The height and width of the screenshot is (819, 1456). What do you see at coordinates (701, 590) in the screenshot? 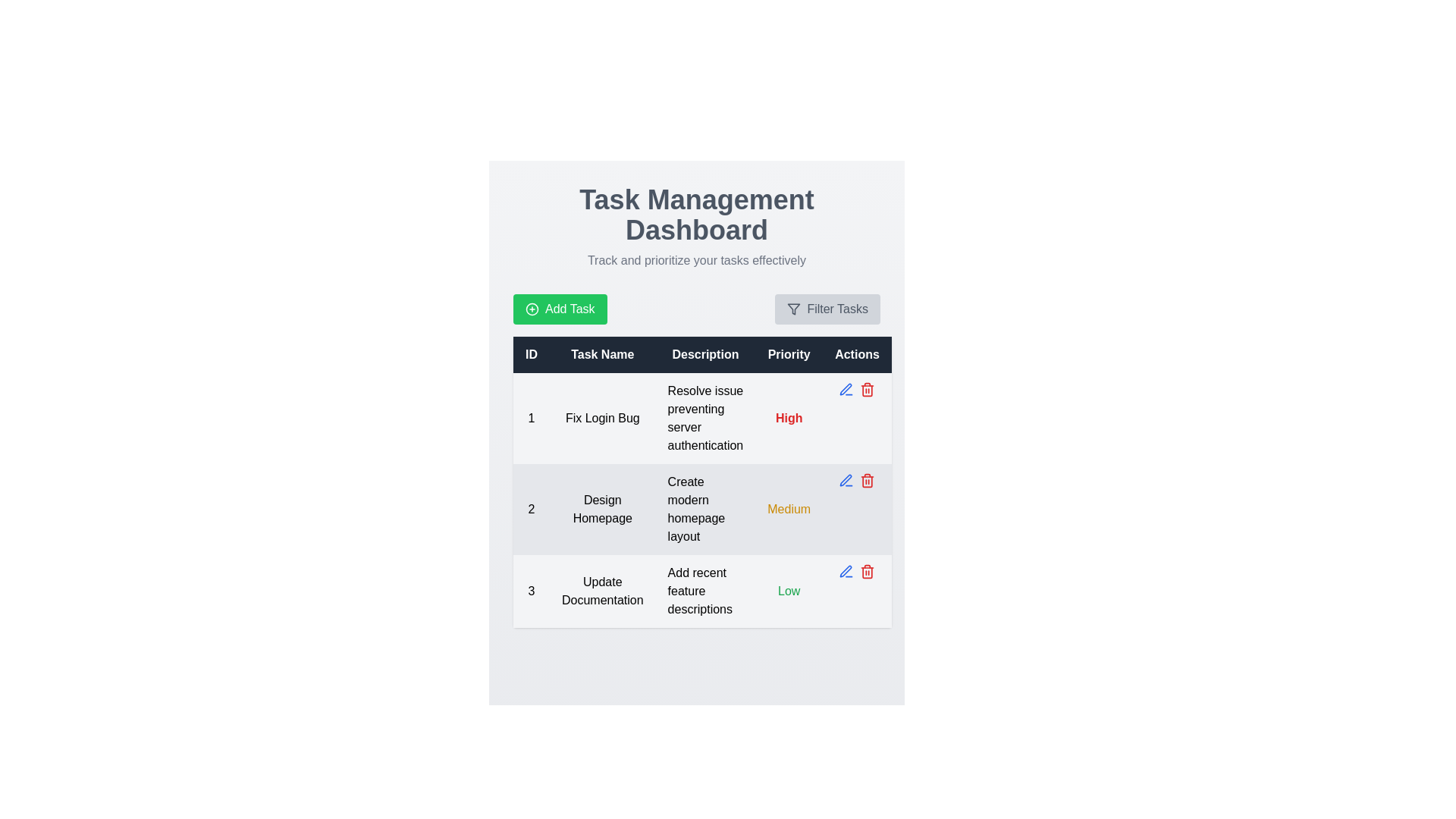
I see `the third row of the task table that displays details about a specific task, including action buttons for editing or deleting the task` at bounding box center [701, 590].